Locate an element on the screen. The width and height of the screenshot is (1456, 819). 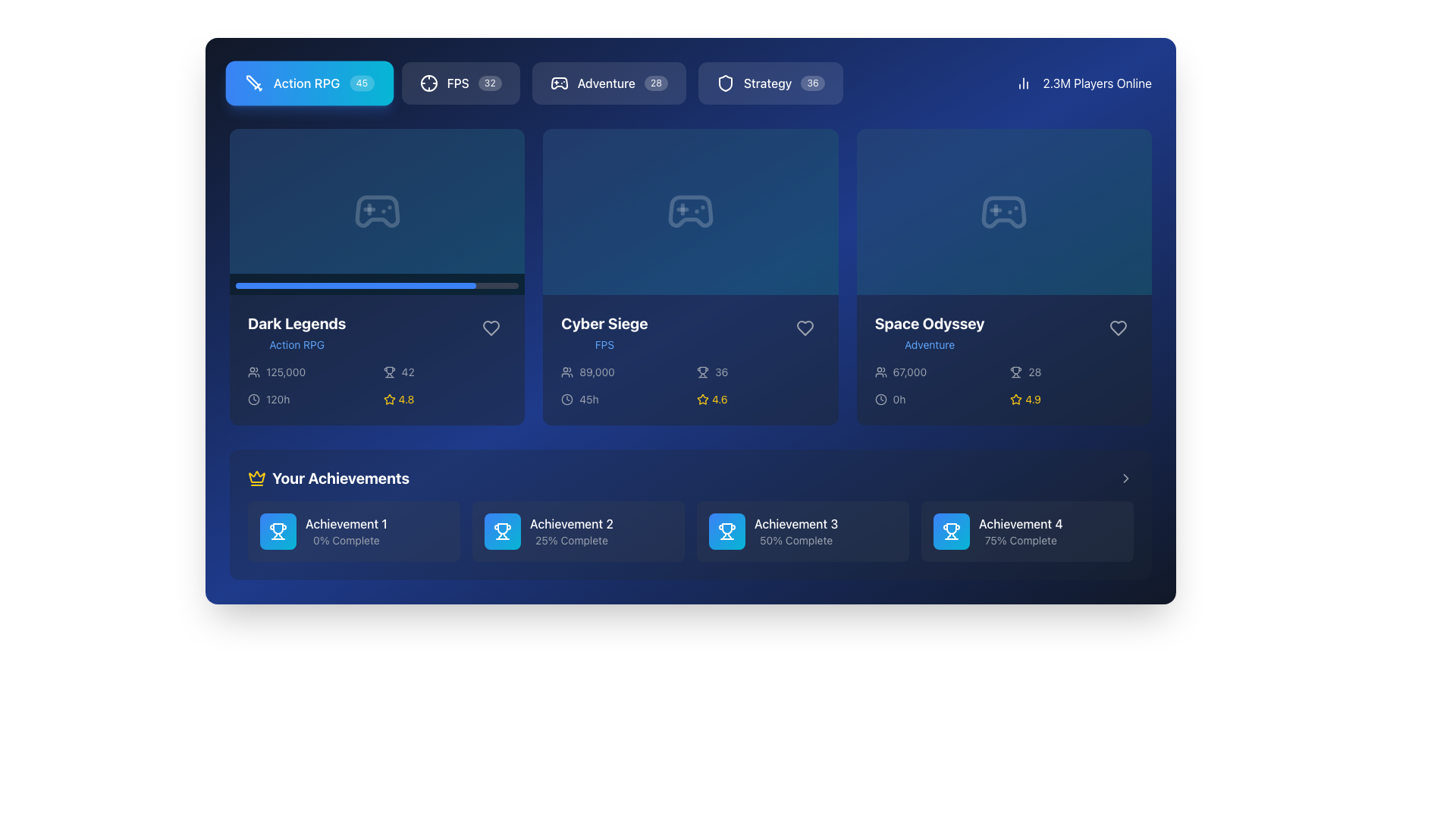
the prominent yellow crown-shaped icon located to the left of the 'Your Achievements' text in the header section is located at coordinates (257, 479).